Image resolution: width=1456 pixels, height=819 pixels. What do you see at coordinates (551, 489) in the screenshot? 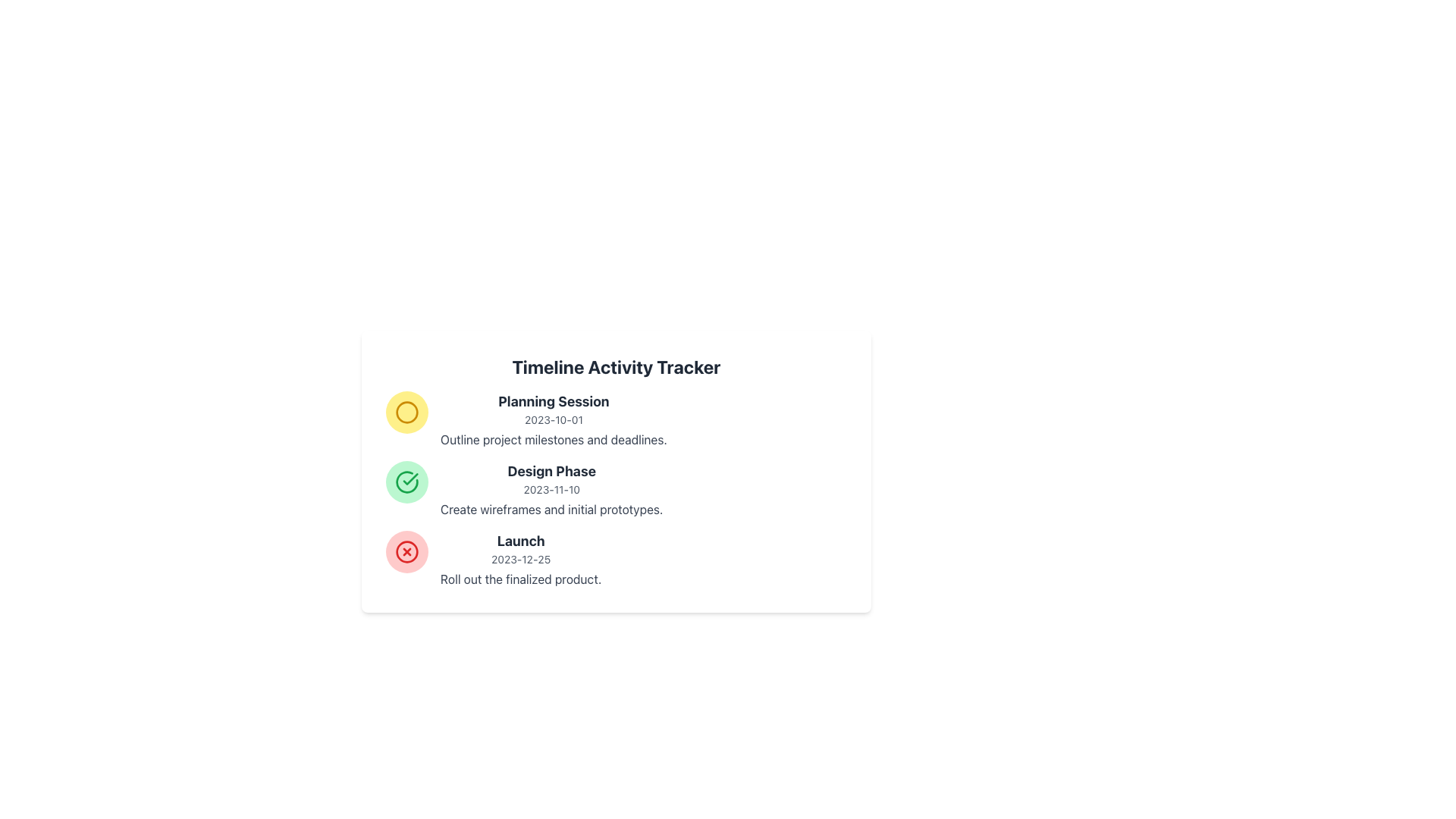
I see `the text label displaying '2023-11-10' which is located below the title 'Design Phase' and above the description 'Create wireframes and initial prototypes.'` at bounding box center [551, 489].